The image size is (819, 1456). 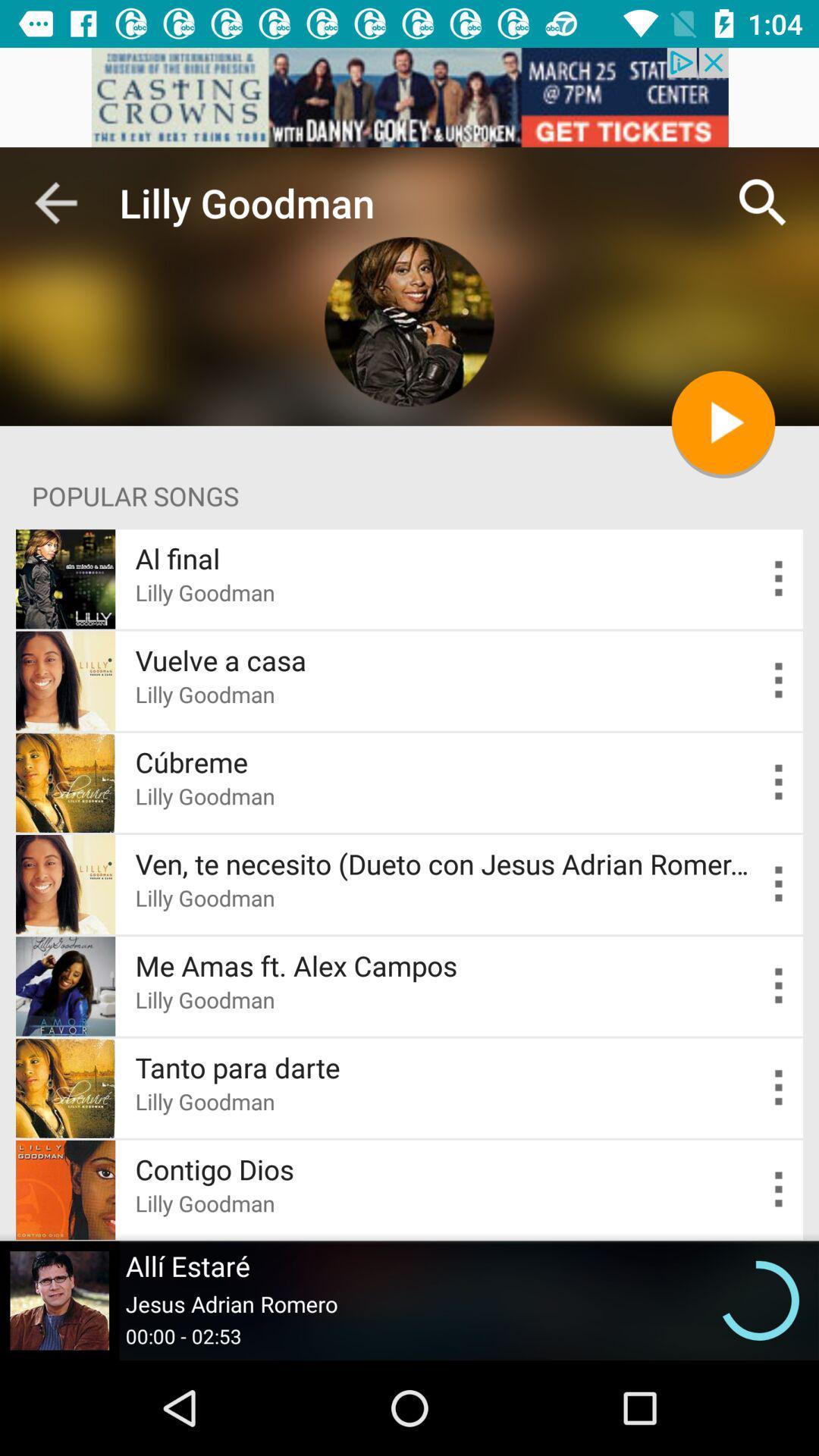 I want to click on the more icon, so click(x=779, y=1087).